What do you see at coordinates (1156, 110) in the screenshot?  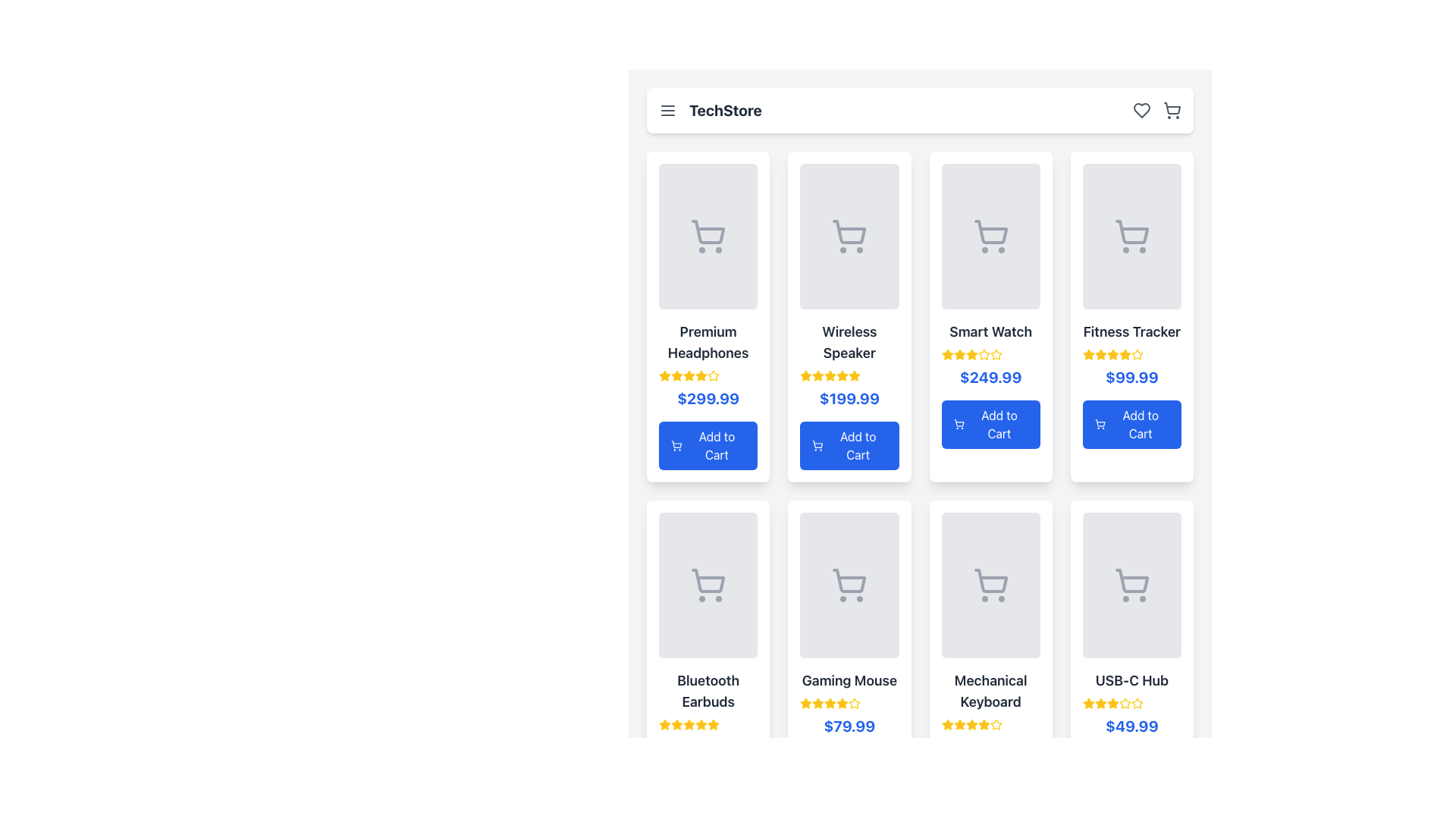 I see `the heart icon in the icon group located in the top-right corner of the navigation bar to interact with the favorites functionality` at bounding box center [1156, 110].